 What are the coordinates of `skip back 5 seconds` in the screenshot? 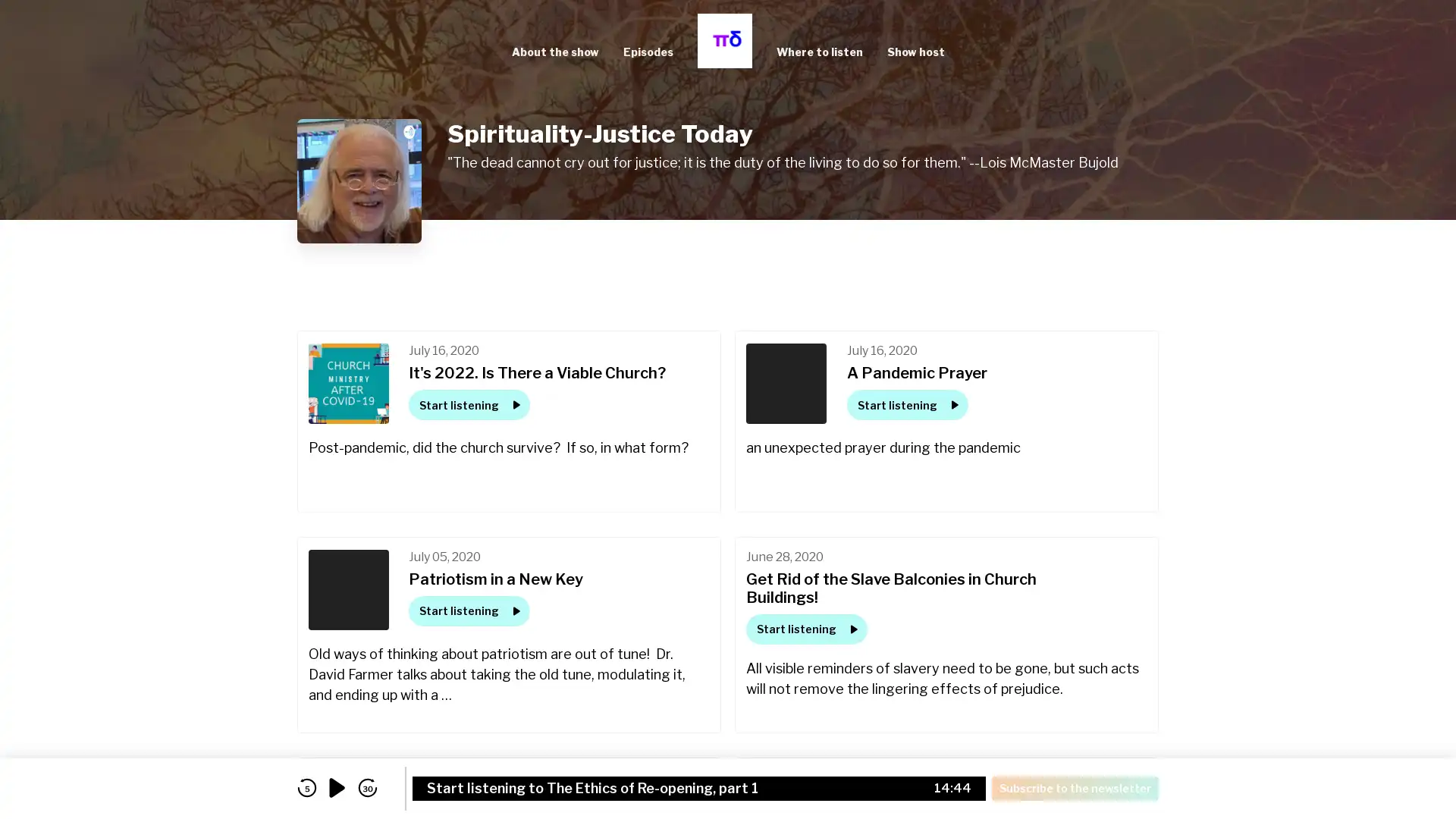 It's located at (306, 787).